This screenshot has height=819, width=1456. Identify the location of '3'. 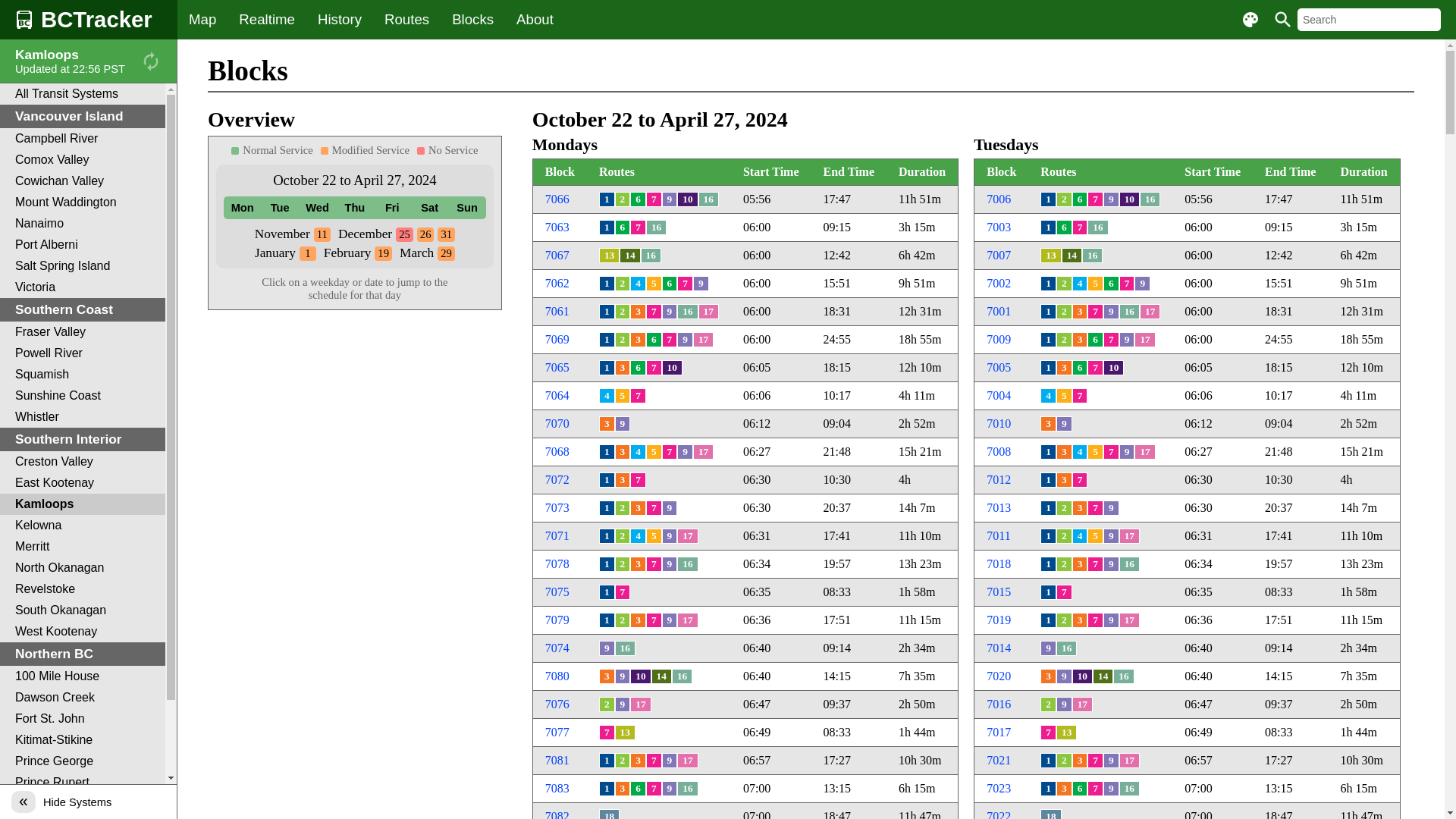
(1047, 675).